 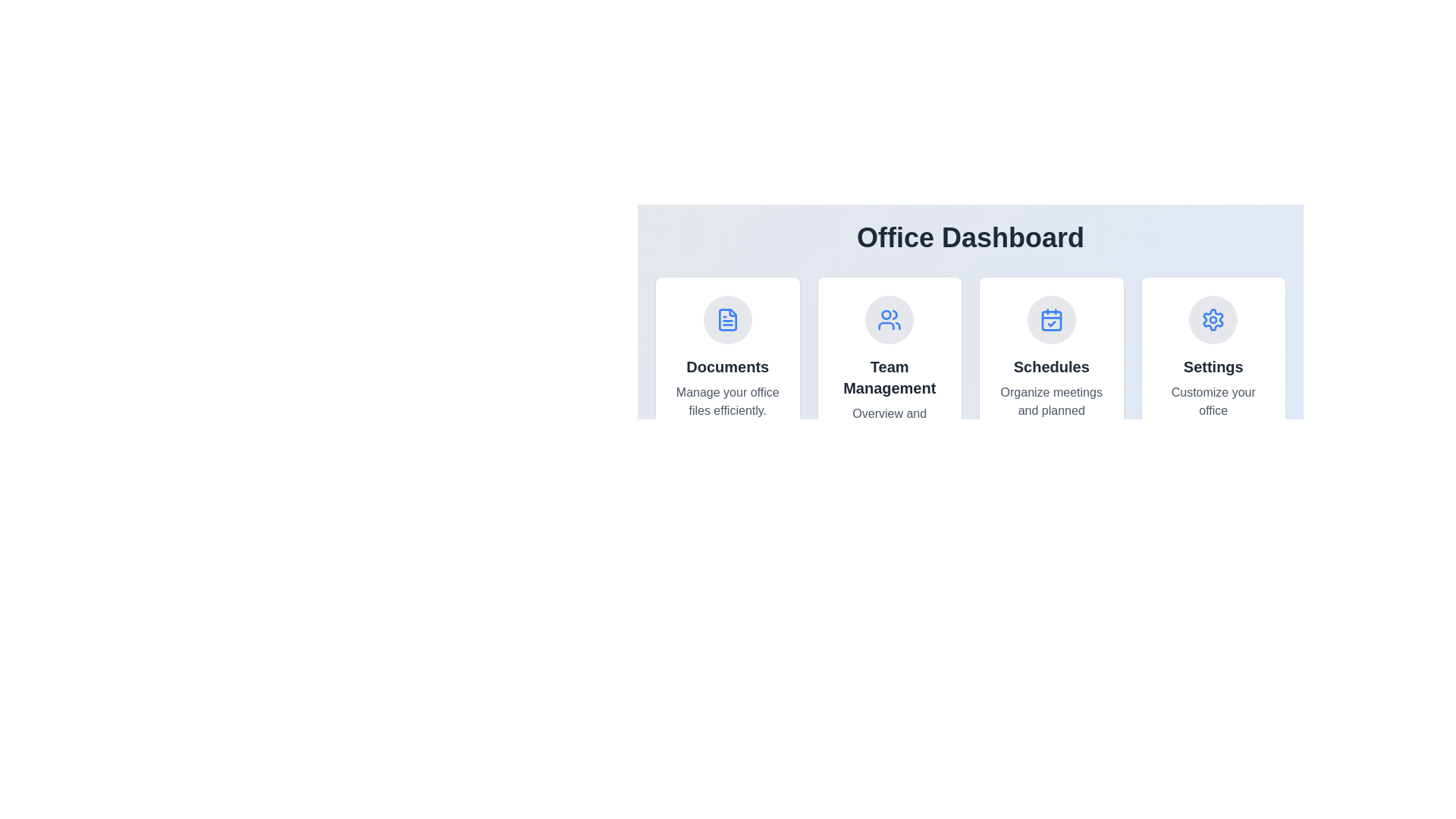 I want to click on the card that provides access to managing office files, located in the first column of the grid layout, so click(x=726, y=376).